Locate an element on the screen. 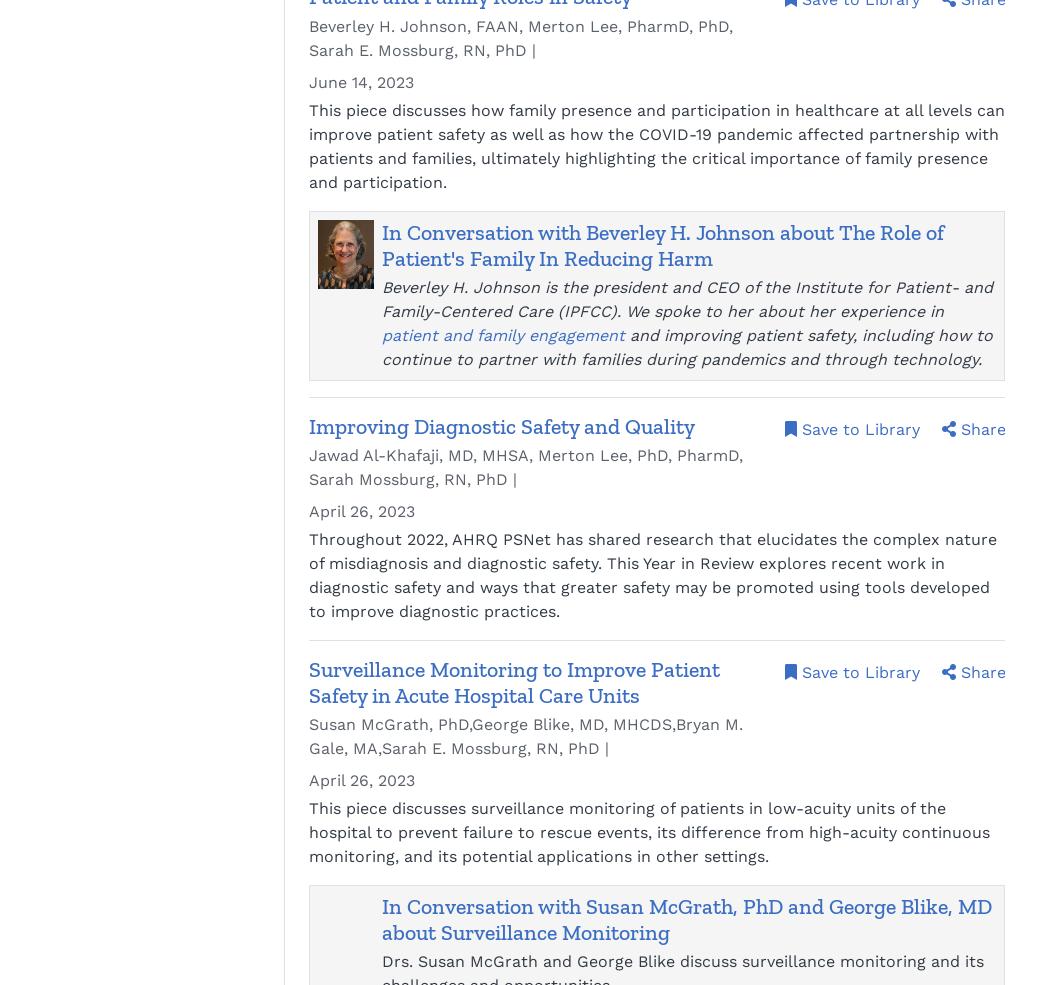 The image size is (1055, 985). 'Surveillance Monitoring to Improve Patient Safety in Acute Hospital Care Units' is located at coordinates (514, 681).